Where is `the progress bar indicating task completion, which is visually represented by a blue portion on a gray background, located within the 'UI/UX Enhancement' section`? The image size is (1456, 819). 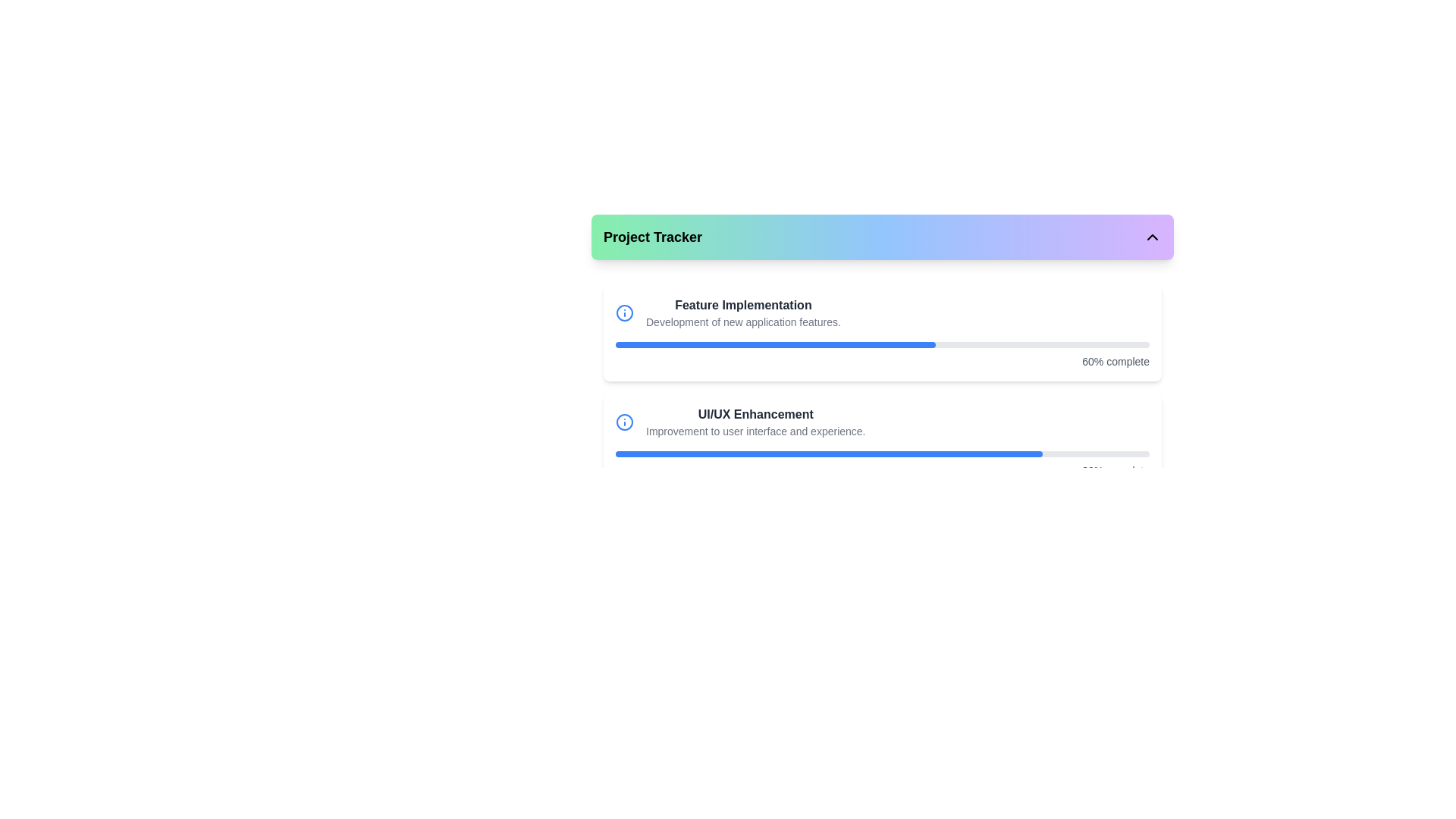 the progress bar indicating task completion, which is visually represented by a blue portion on a gray background, located within the 'UI/UX Enhancement' section is located at coordinates (882, 453).